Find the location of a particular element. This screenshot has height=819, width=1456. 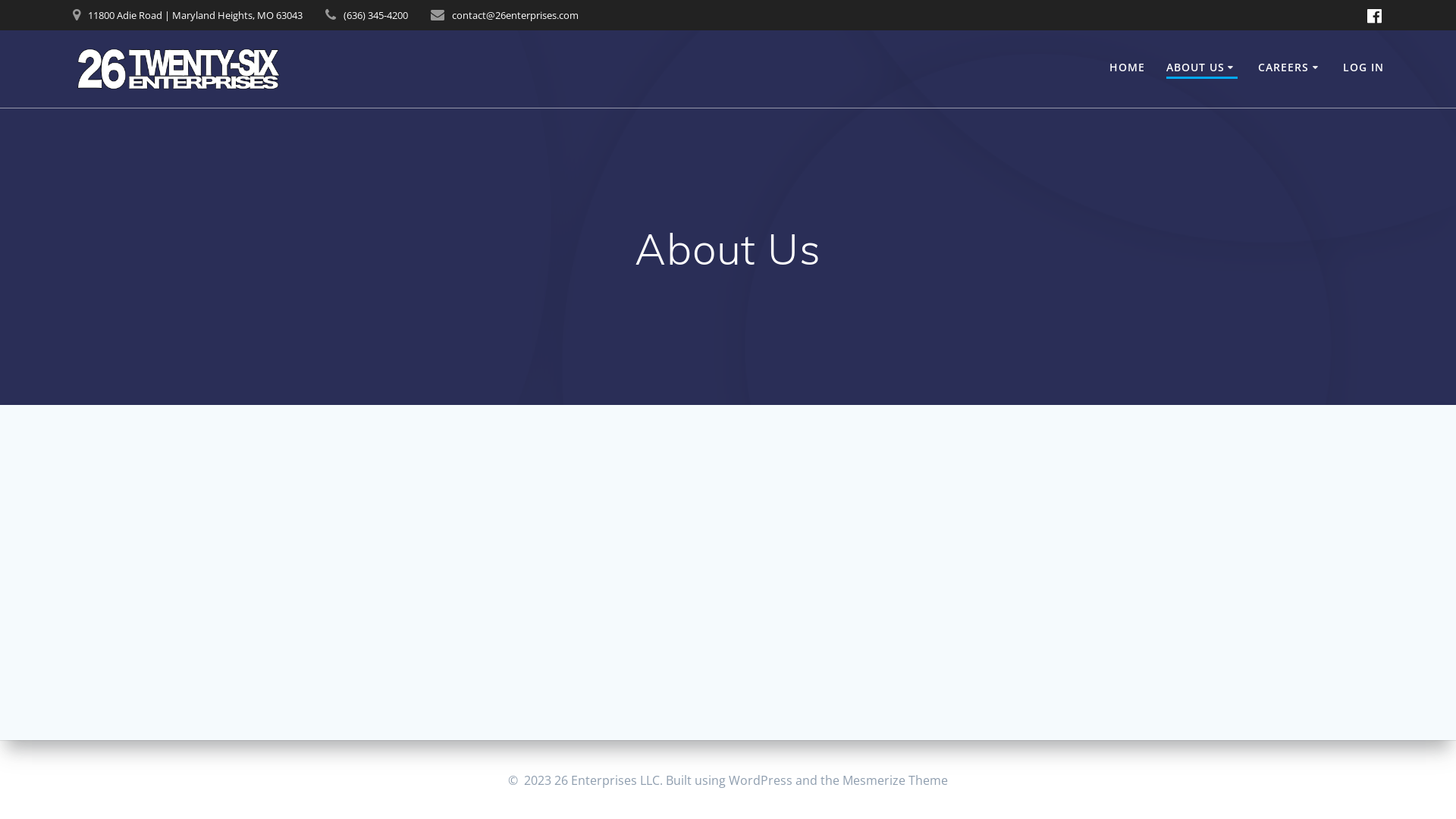

'CAREERS' is located at coordinates (1289, 66).